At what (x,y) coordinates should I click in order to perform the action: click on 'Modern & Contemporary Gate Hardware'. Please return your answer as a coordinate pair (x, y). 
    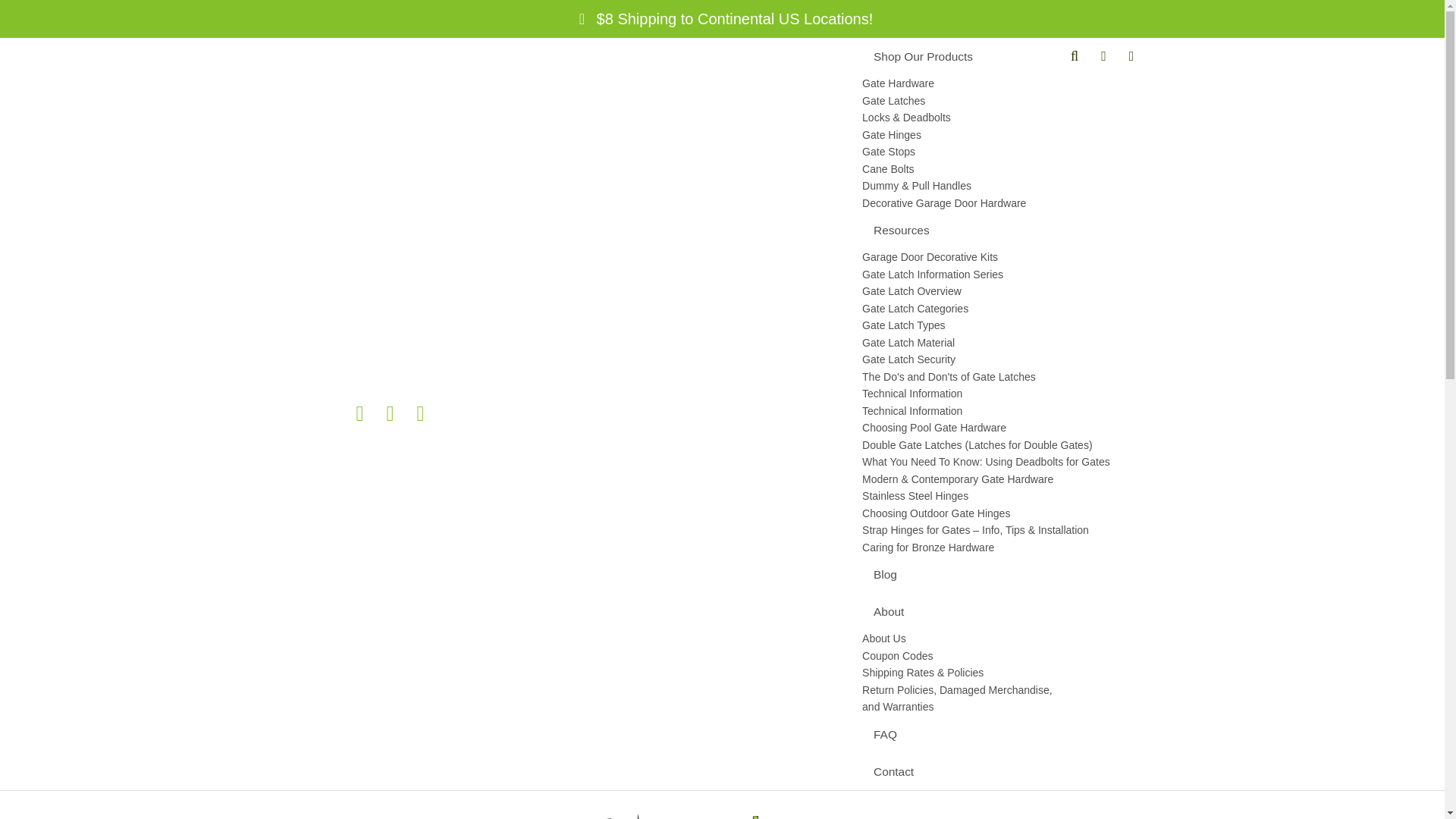
    Looking at the image, I should click on (994, 479).